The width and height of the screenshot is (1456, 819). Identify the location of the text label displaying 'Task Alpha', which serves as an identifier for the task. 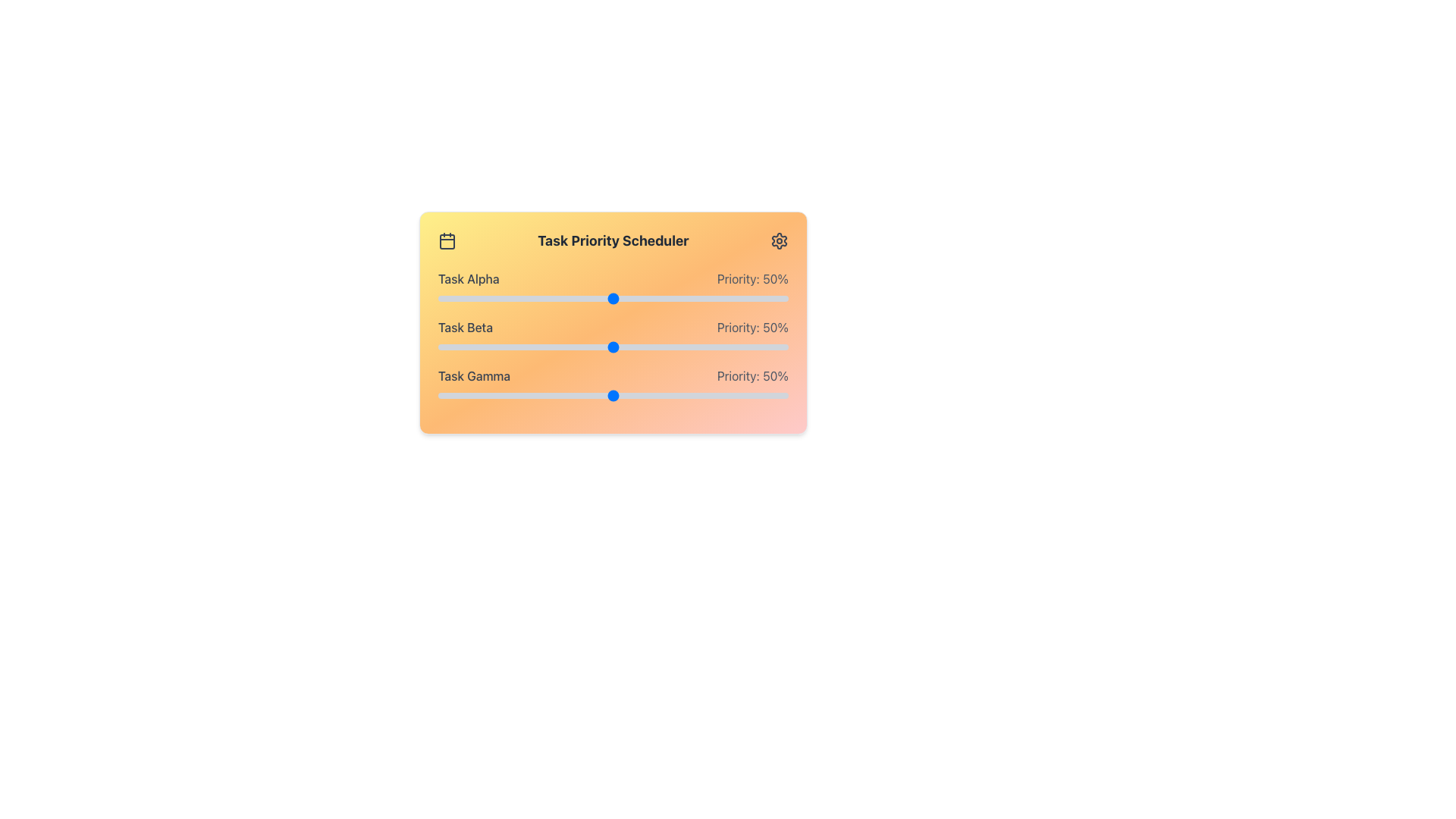
(468, 278).